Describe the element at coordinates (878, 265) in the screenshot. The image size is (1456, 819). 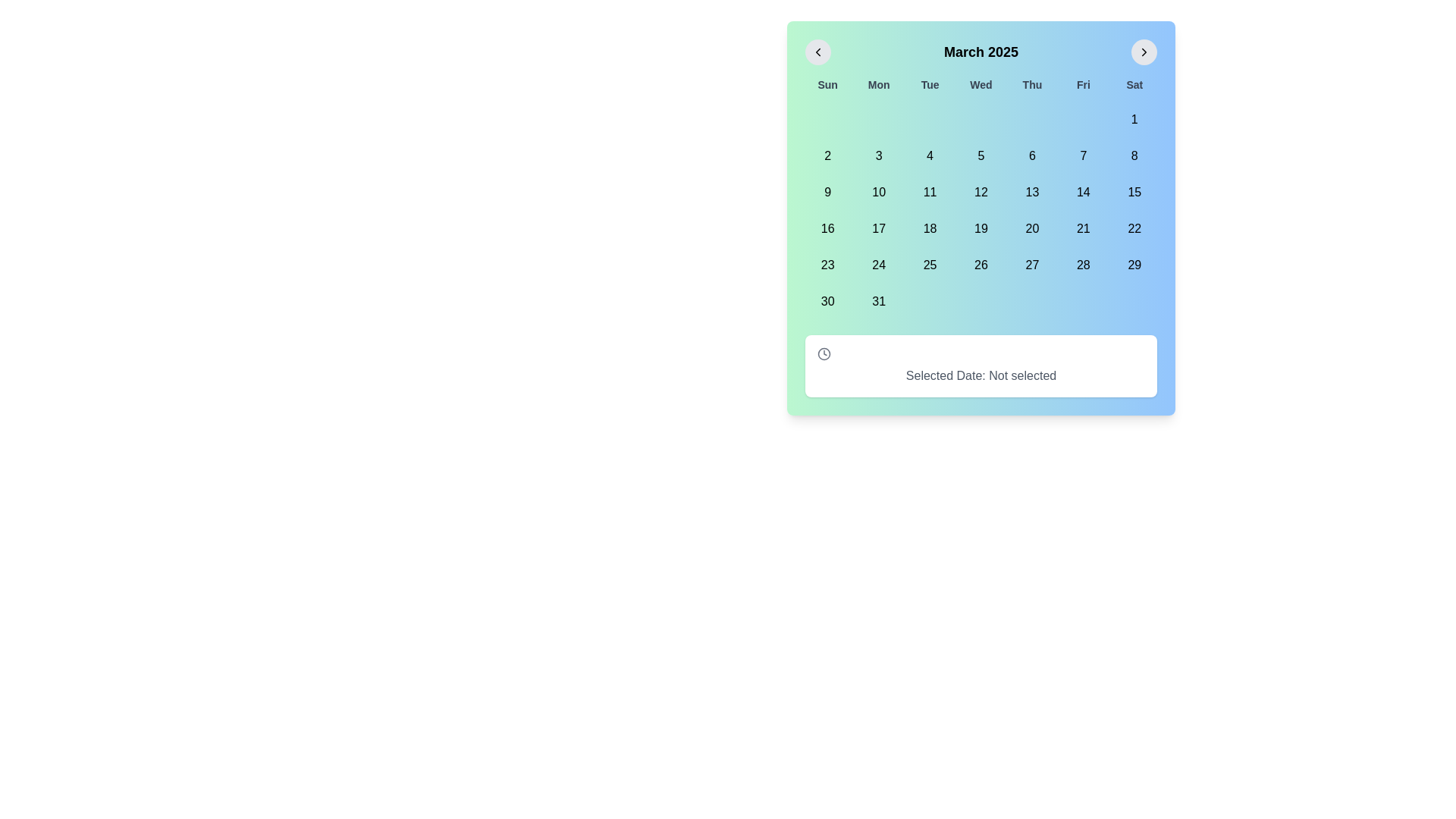
I see `the date selector button located in the fourth row and fourth column of the calendar for March 2025` at that location.